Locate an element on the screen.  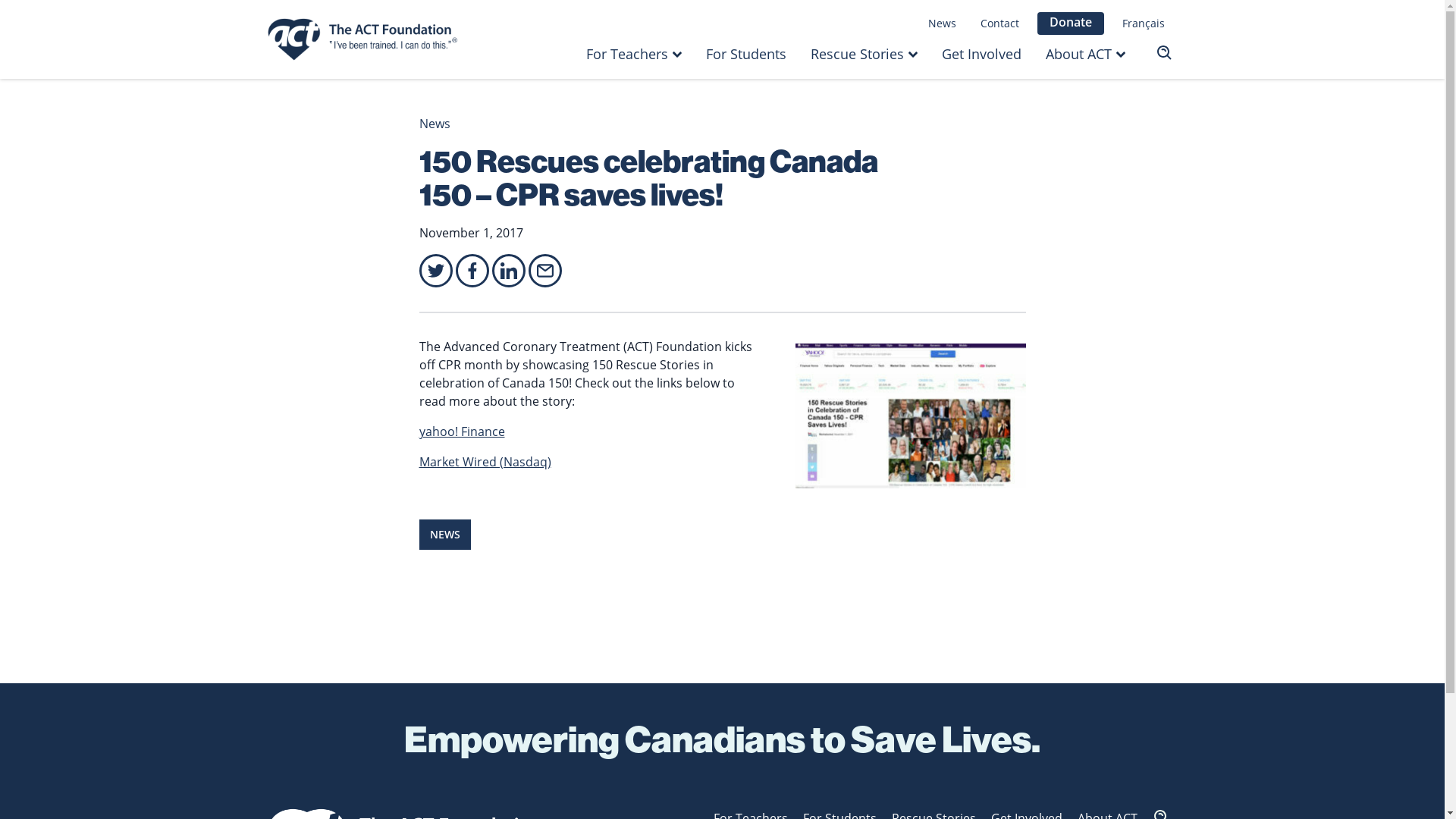
'Get Involved' is located at coordinates (981, 52).